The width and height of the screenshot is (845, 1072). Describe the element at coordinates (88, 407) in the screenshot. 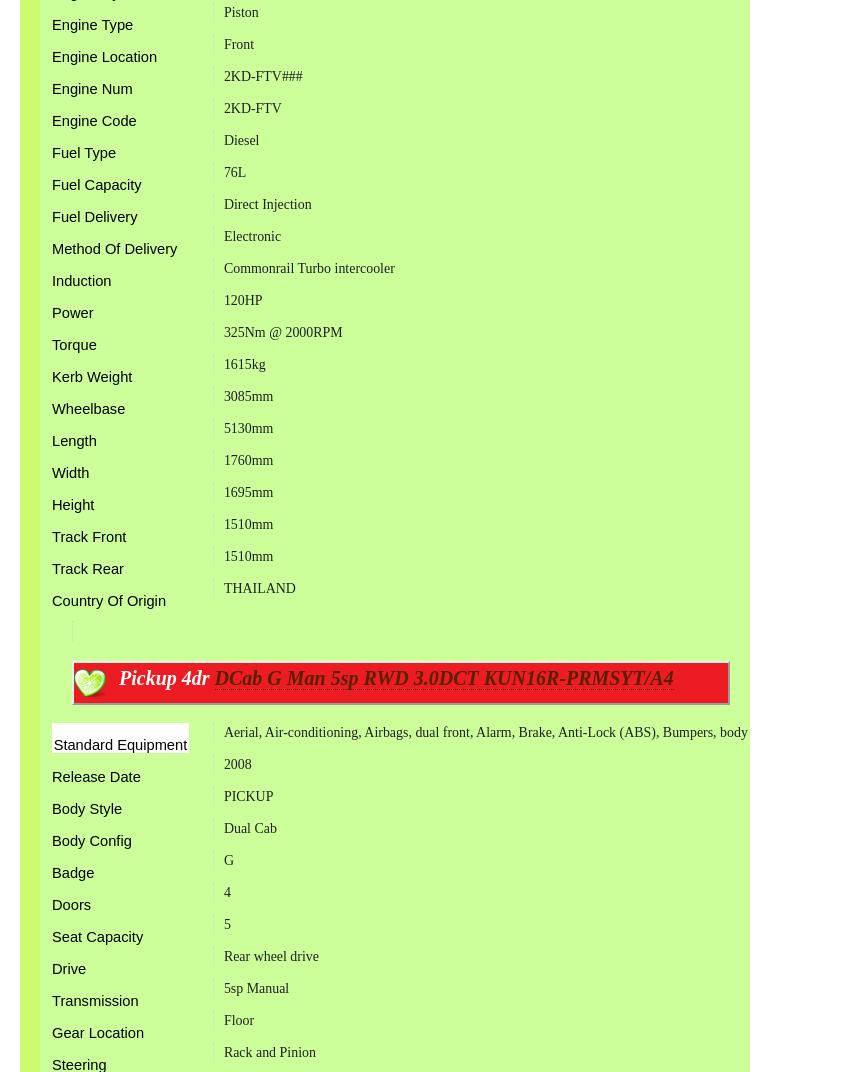

I see `'Wheelbase'` at that location.